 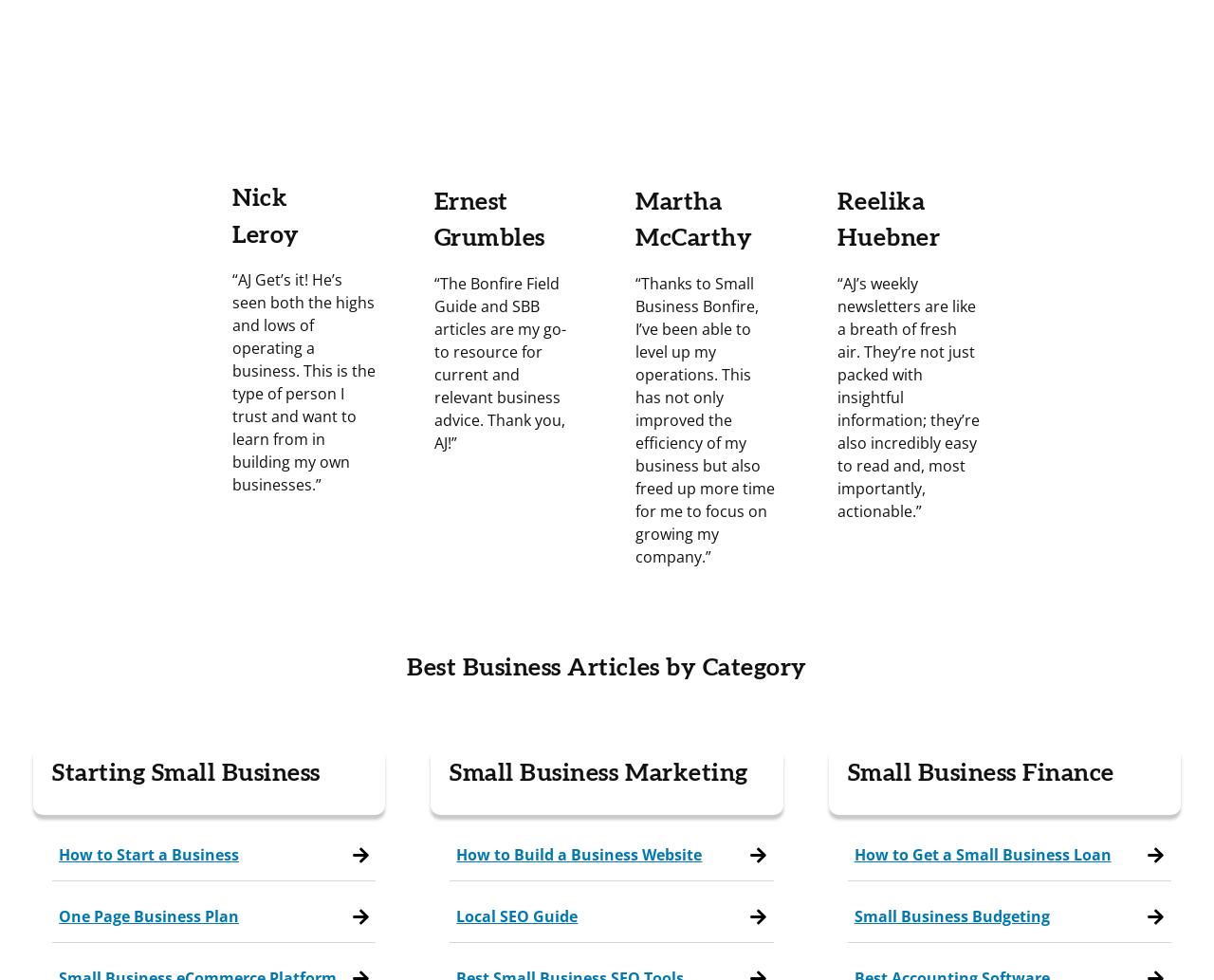 I want to click on 'Reelika Huebner', so click(x=887, y=218).